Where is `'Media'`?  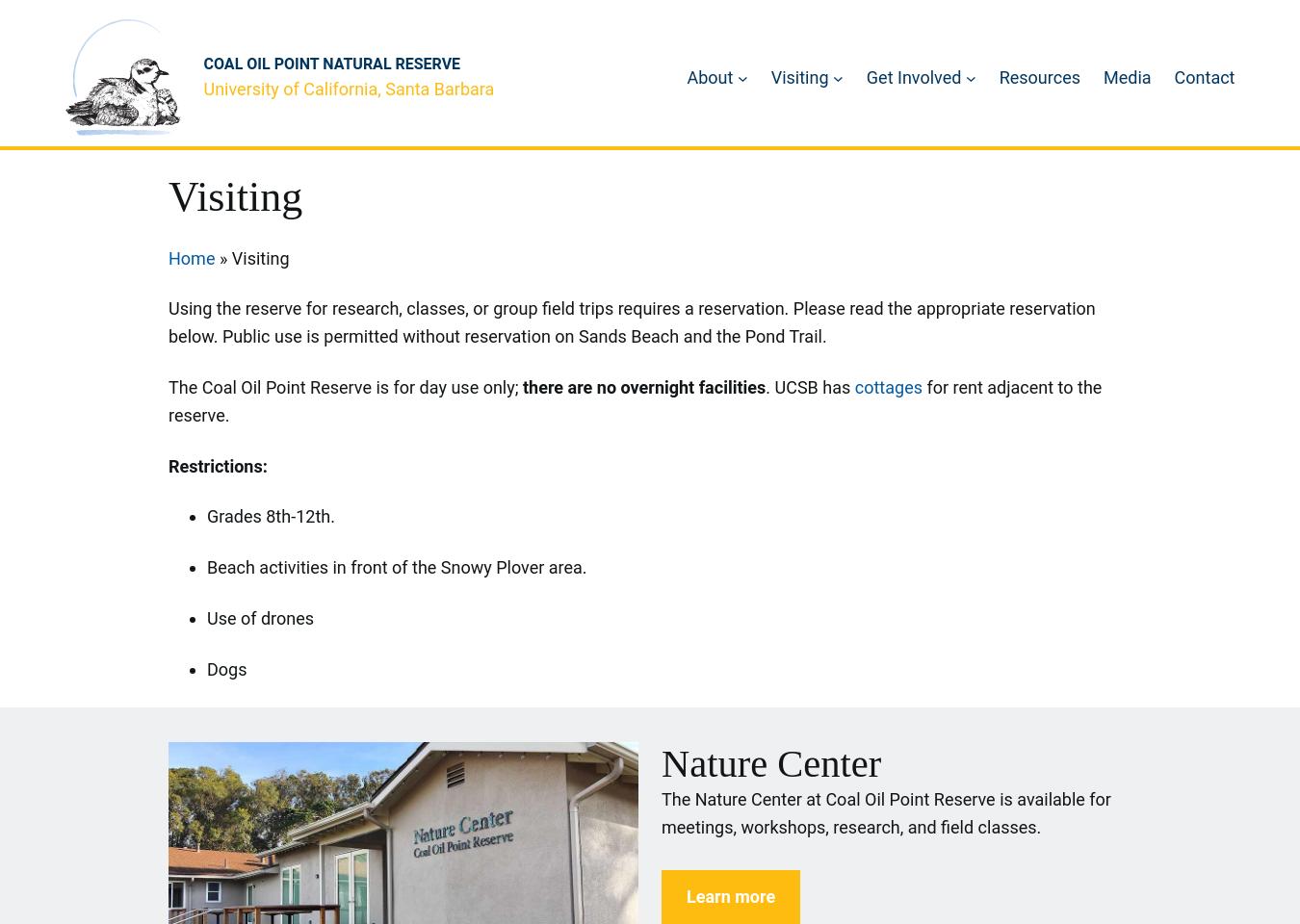
'Media' is located at coordinates (1126, 76).